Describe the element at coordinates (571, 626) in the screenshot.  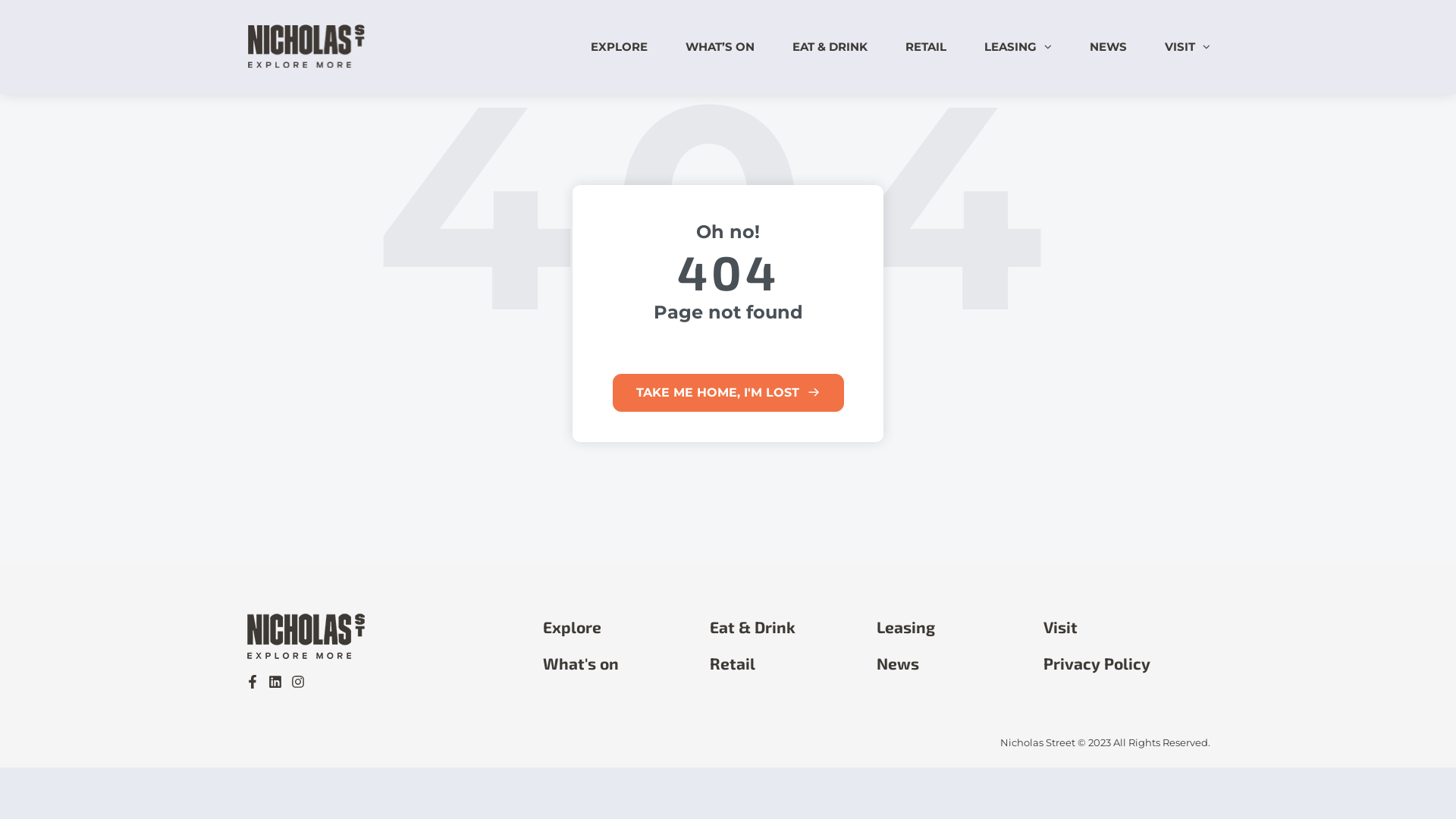
I see `'Explore'` at that location.